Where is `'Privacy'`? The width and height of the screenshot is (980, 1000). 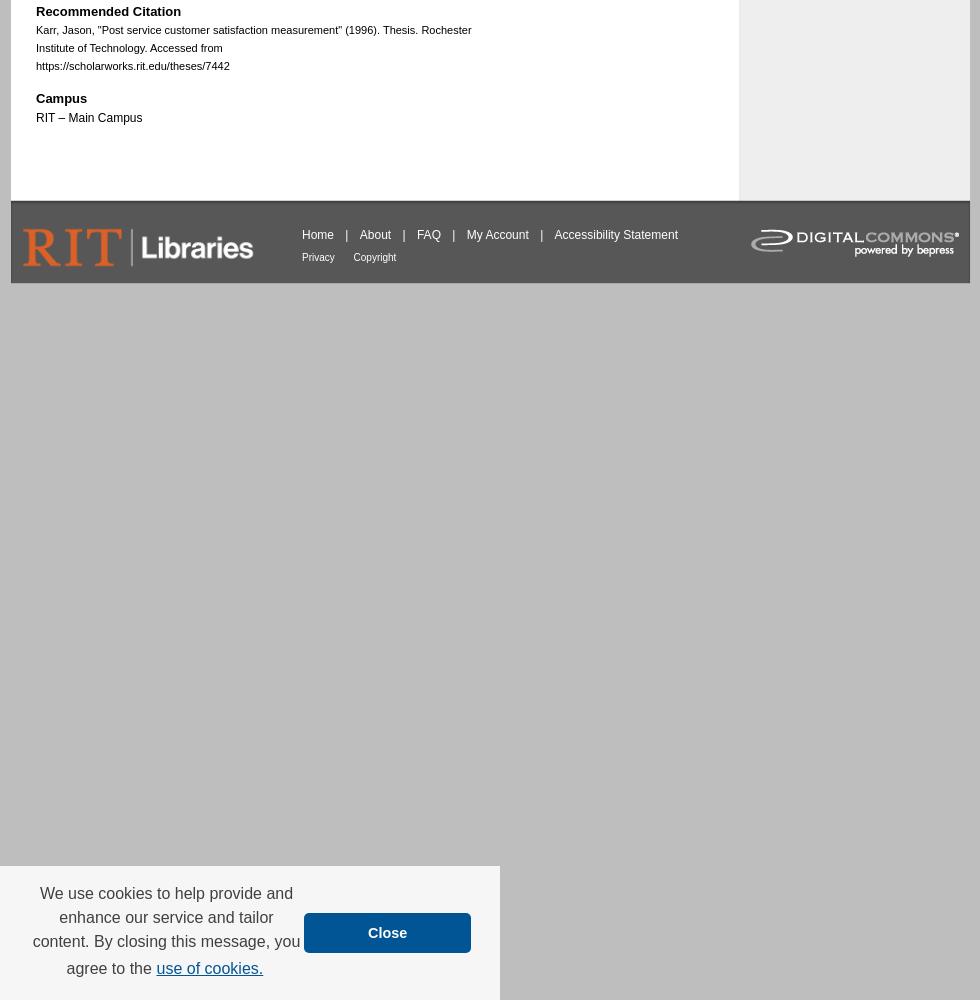 'Privacy' is located at coordinates (319, 256).